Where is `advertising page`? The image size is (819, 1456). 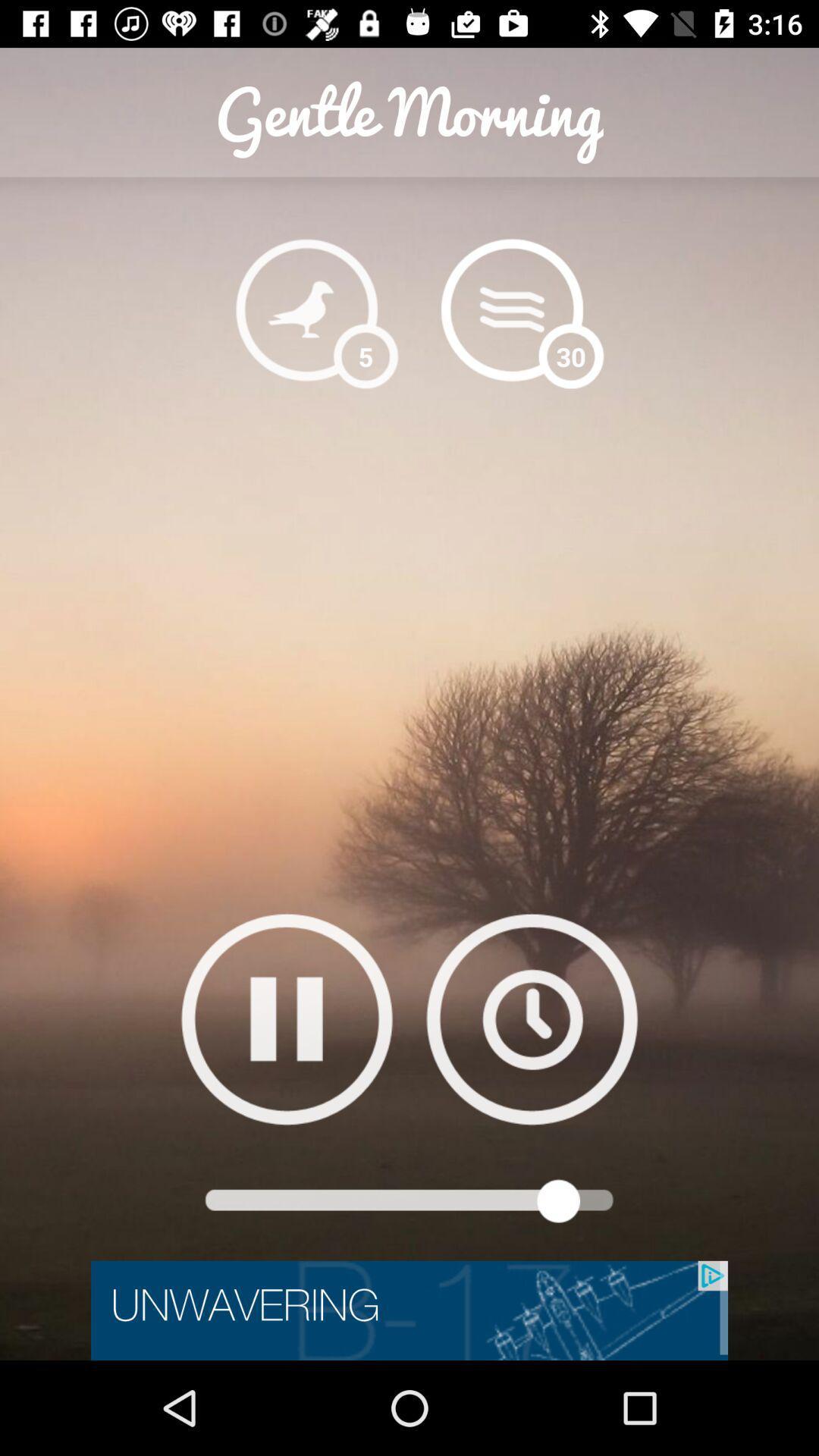
advertising page is located at coordinates (409, 1310).